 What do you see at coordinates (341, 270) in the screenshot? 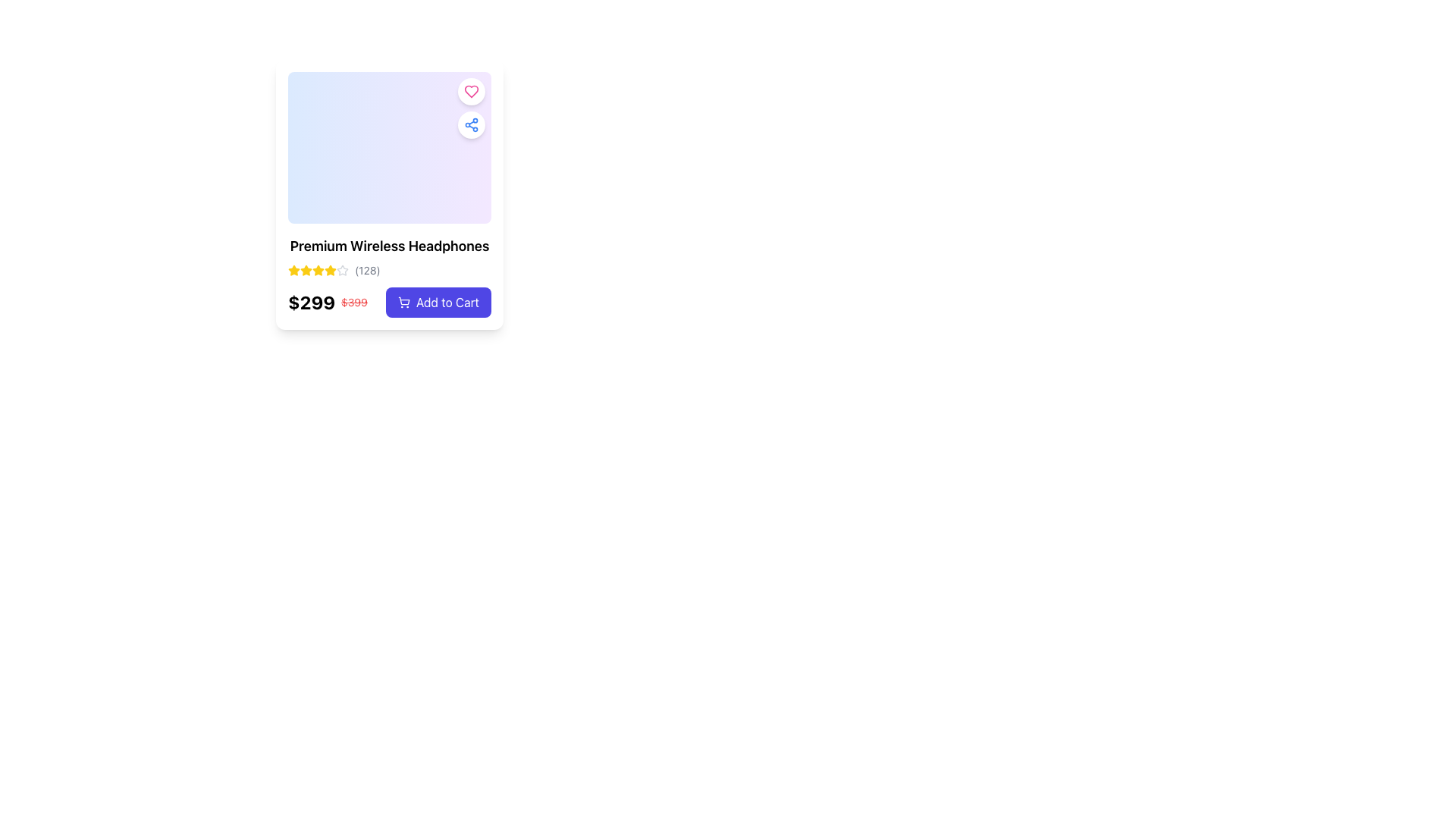
I see `the fifth star icon in the rating system, which is outlined in gray and represents an unselected state` at bounding box center [341, 270].